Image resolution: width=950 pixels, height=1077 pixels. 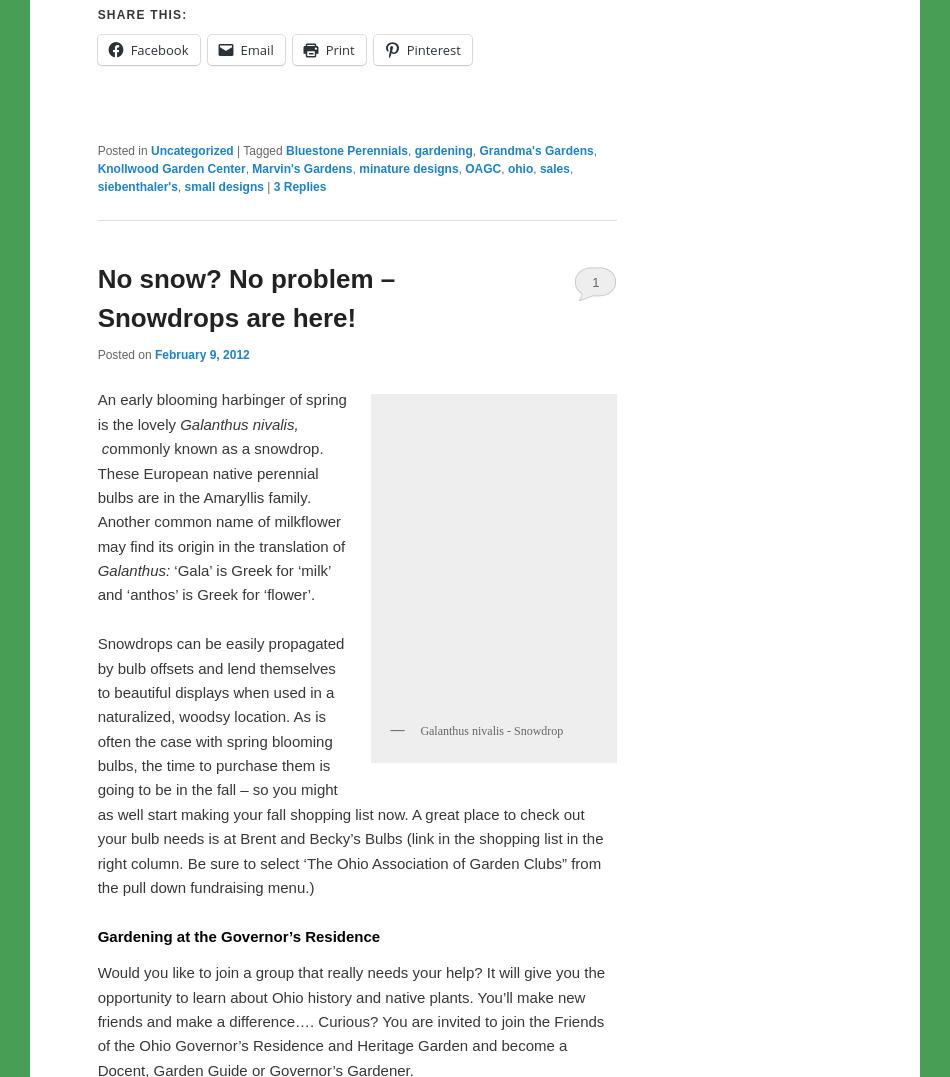 I want to click on 'An early blooming harbinger of spring is the lovely', so click(x=221, y=460).